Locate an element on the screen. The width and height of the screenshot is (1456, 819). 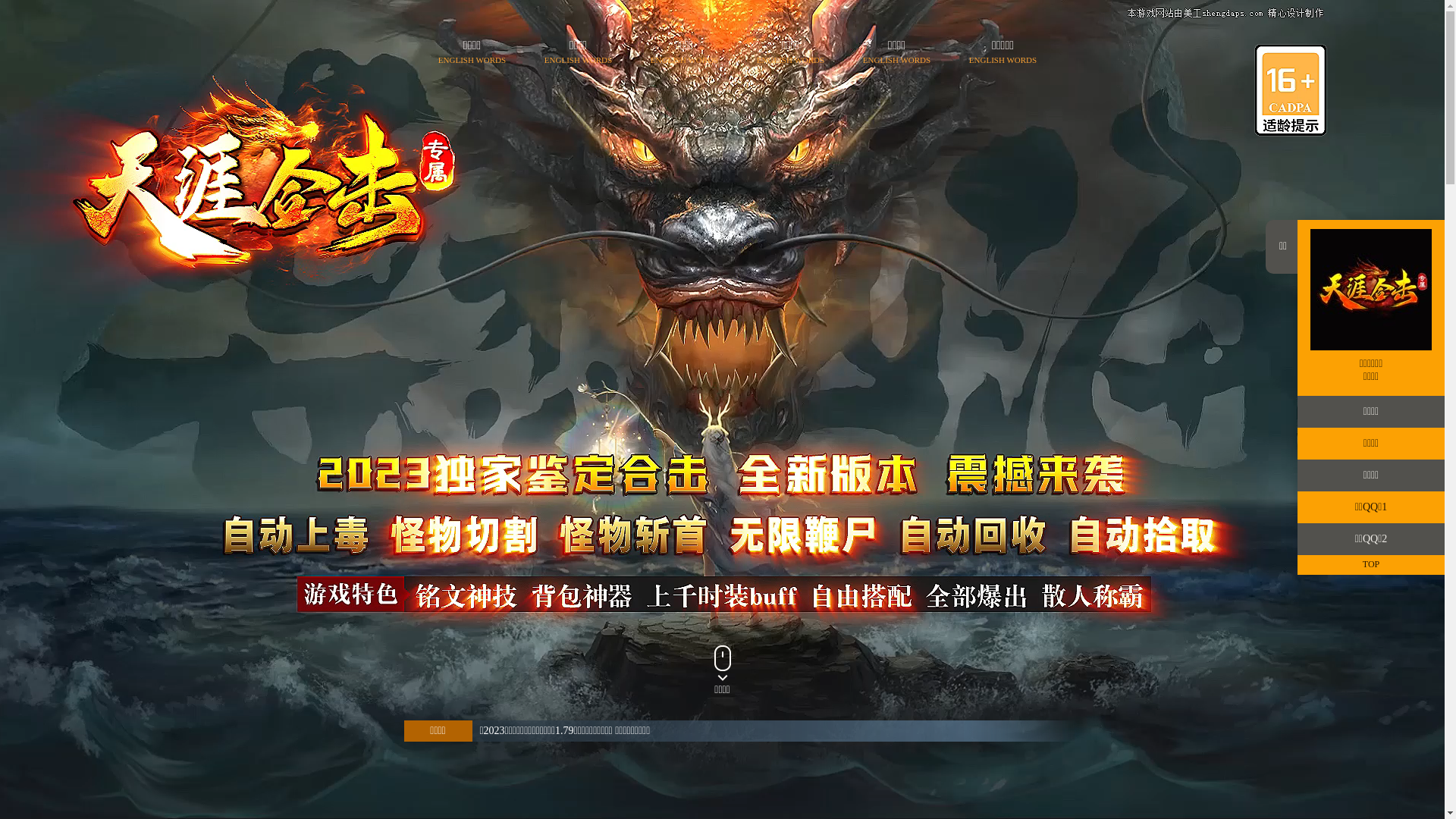
'TOP' is located at coordinates (1371, 564).